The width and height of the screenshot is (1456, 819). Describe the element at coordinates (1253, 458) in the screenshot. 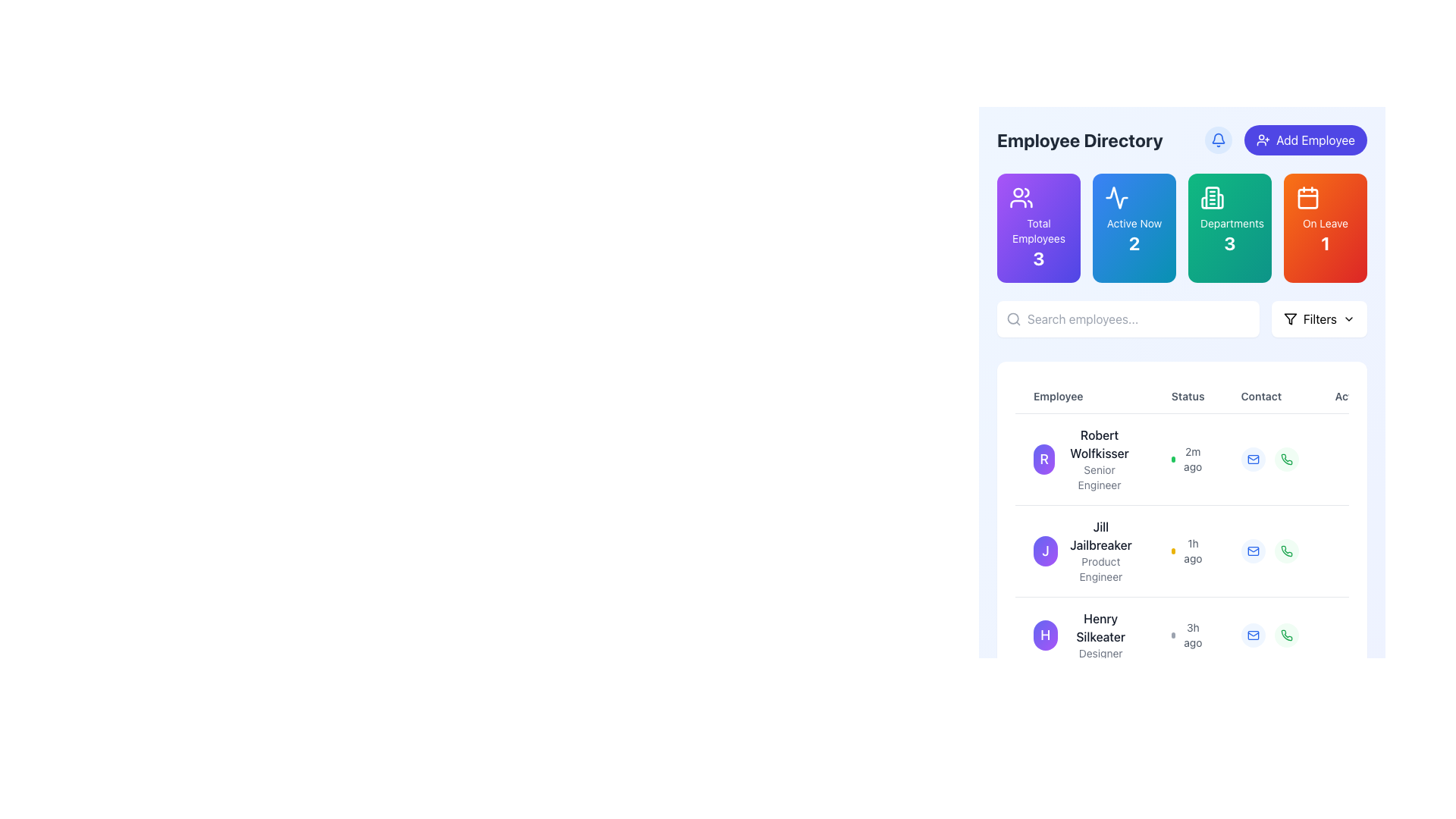

I see `the outlined blue envelope icon in the 'Contact' column for the first employee, Robert Wolfkisser` at that location.